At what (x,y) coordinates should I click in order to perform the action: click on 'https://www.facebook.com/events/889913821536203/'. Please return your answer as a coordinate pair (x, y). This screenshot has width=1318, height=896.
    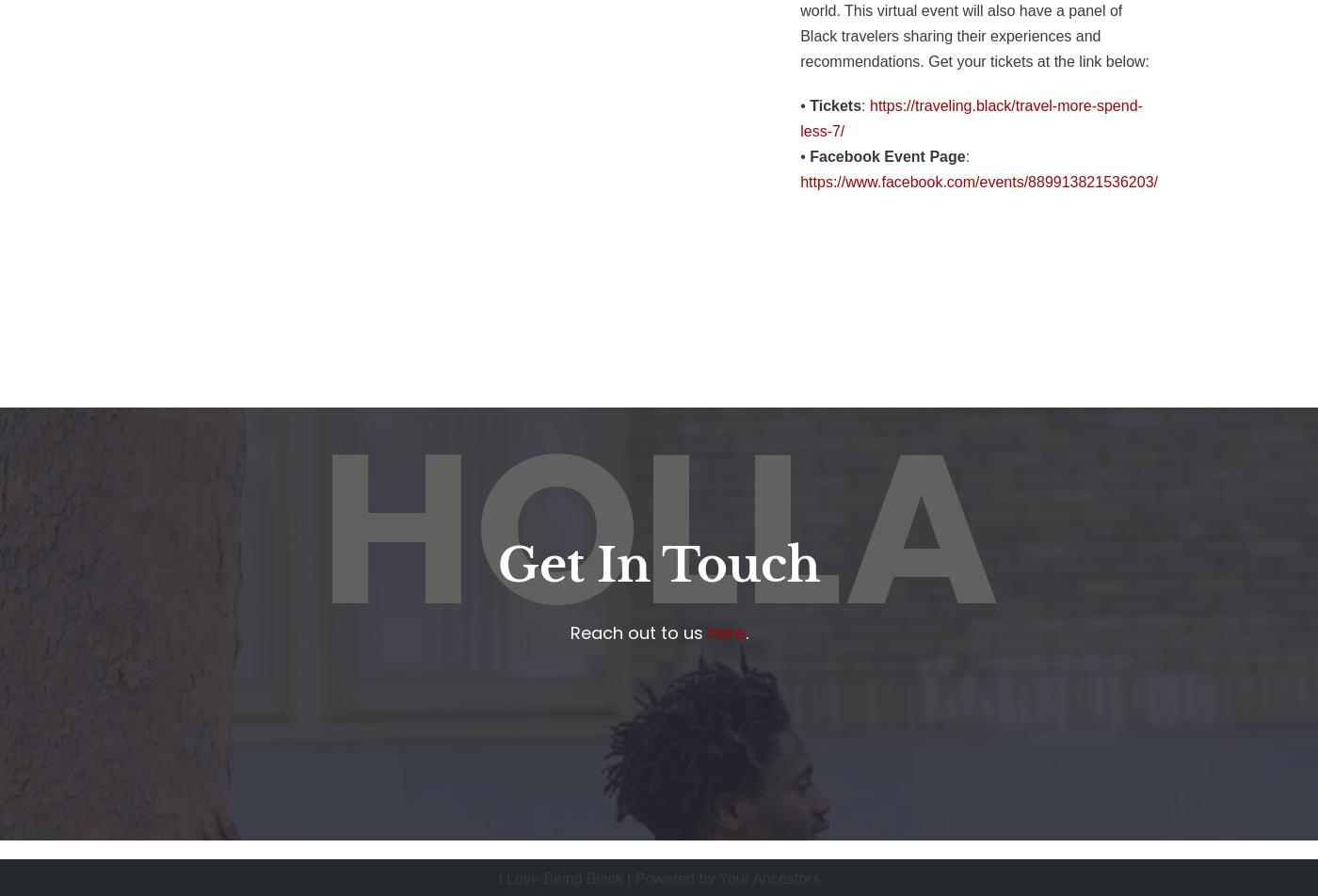
    Looking at the image, I should click on (979, 181).